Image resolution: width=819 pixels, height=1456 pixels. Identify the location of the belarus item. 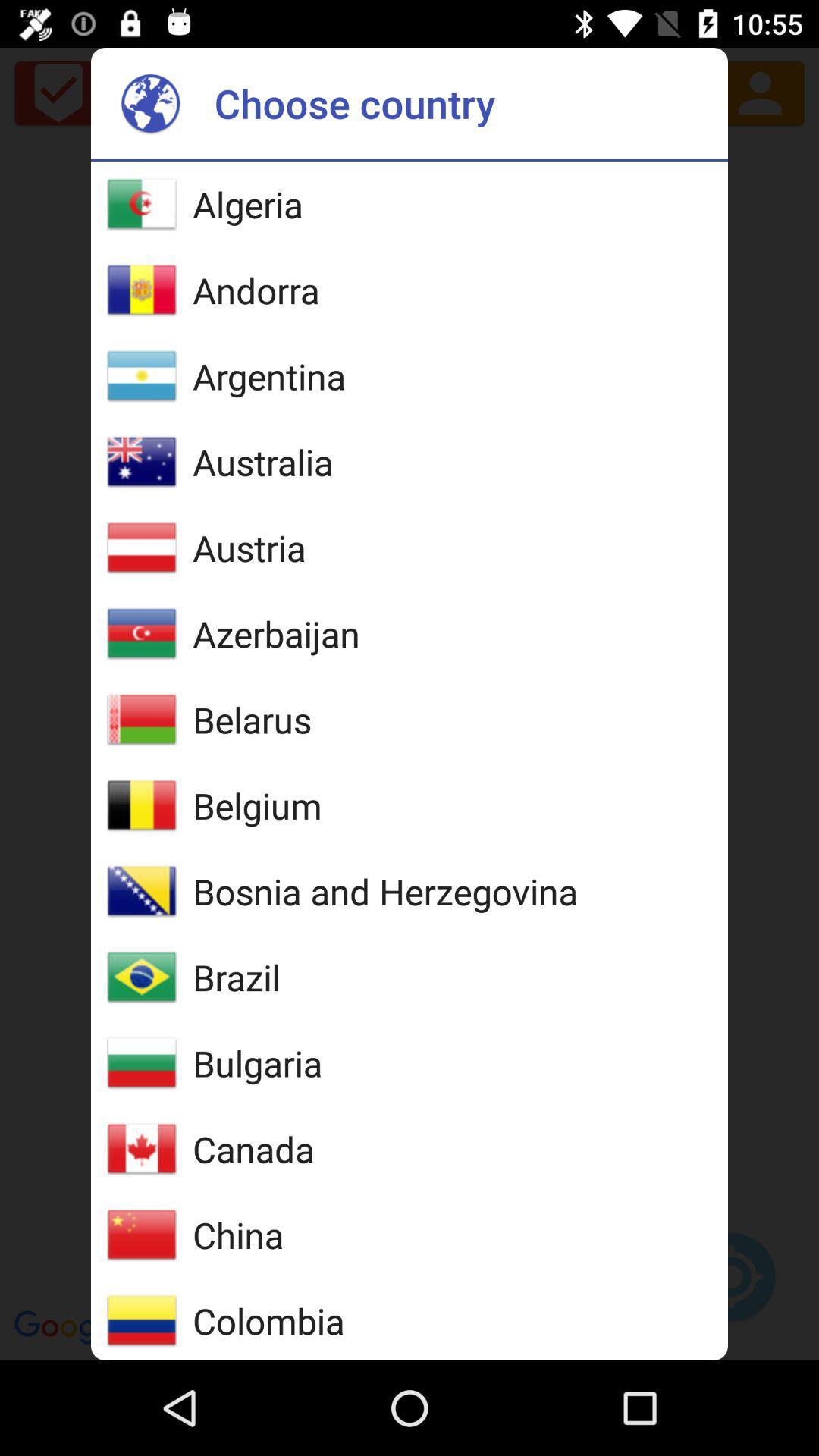
(251, 719).